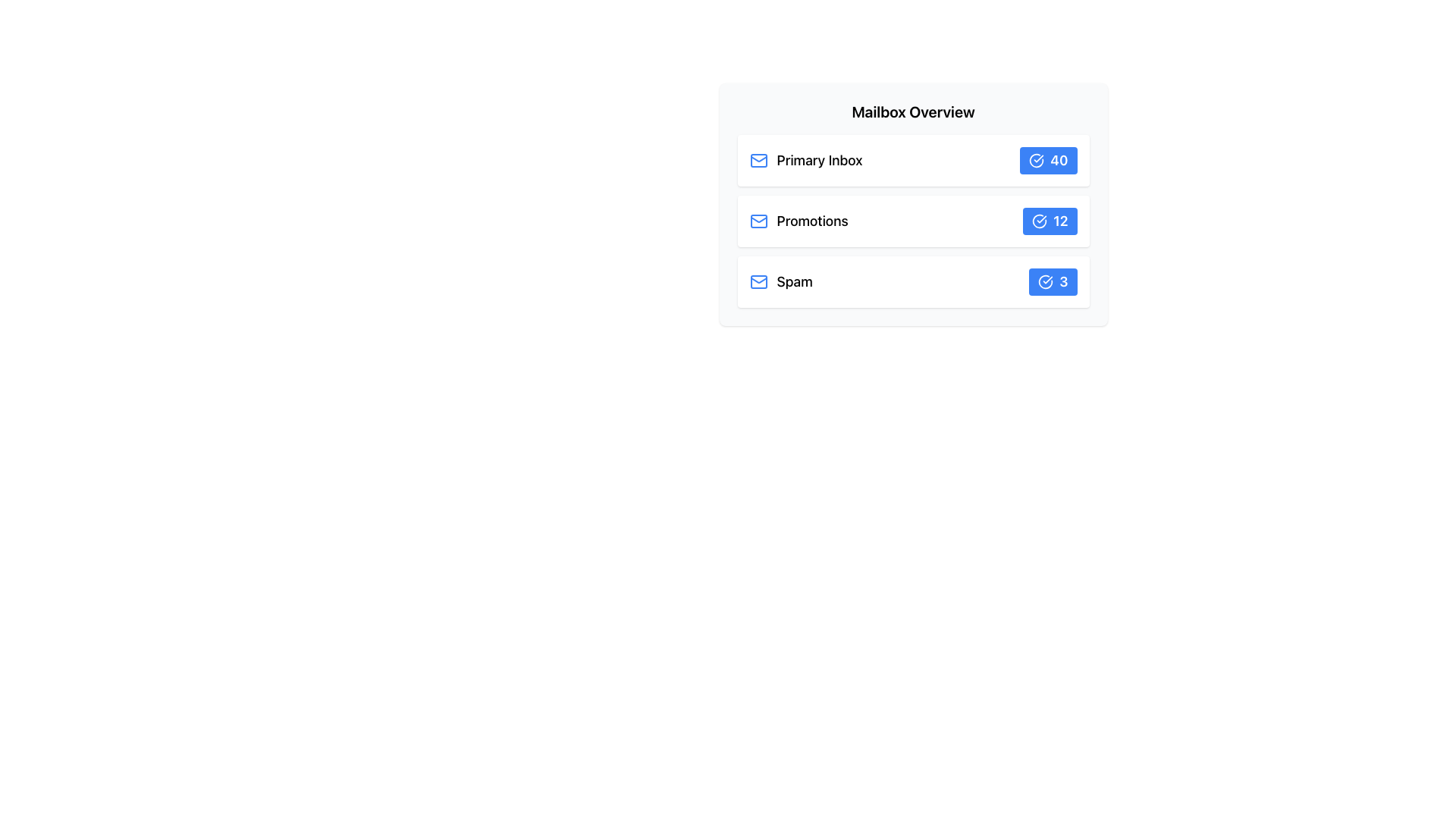 This screenshot has height=819, width=1456. What do you see at coordinates (805, 161) in the screenshot?
I see `the 'Primary Inbox' text label and blue mail icon` at bounding box center [805, 161].